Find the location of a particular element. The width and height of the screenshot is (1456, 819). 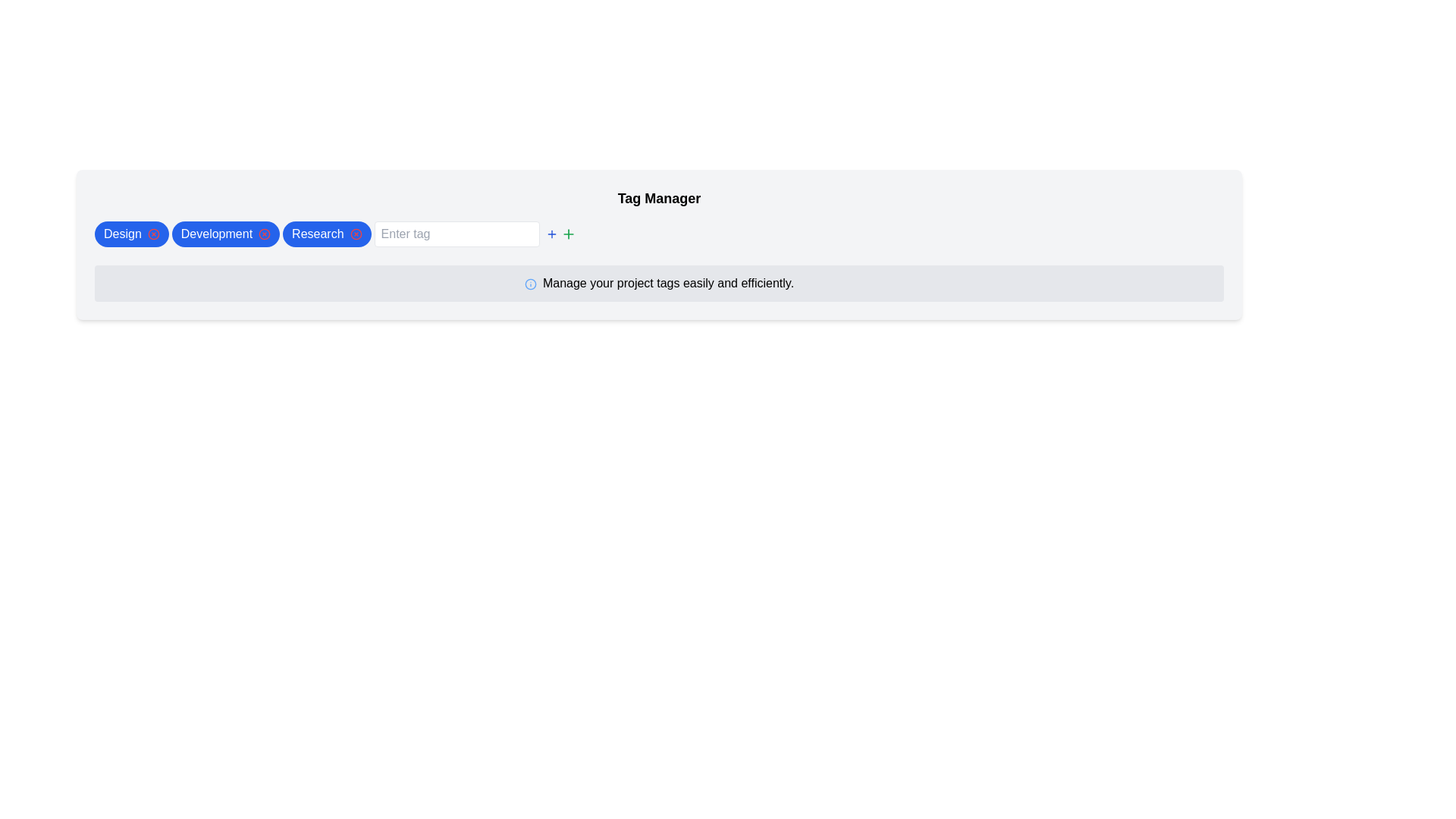

the close or delete button inside the blue 'Design' tag to change its color is located at coordinates (153, 234).